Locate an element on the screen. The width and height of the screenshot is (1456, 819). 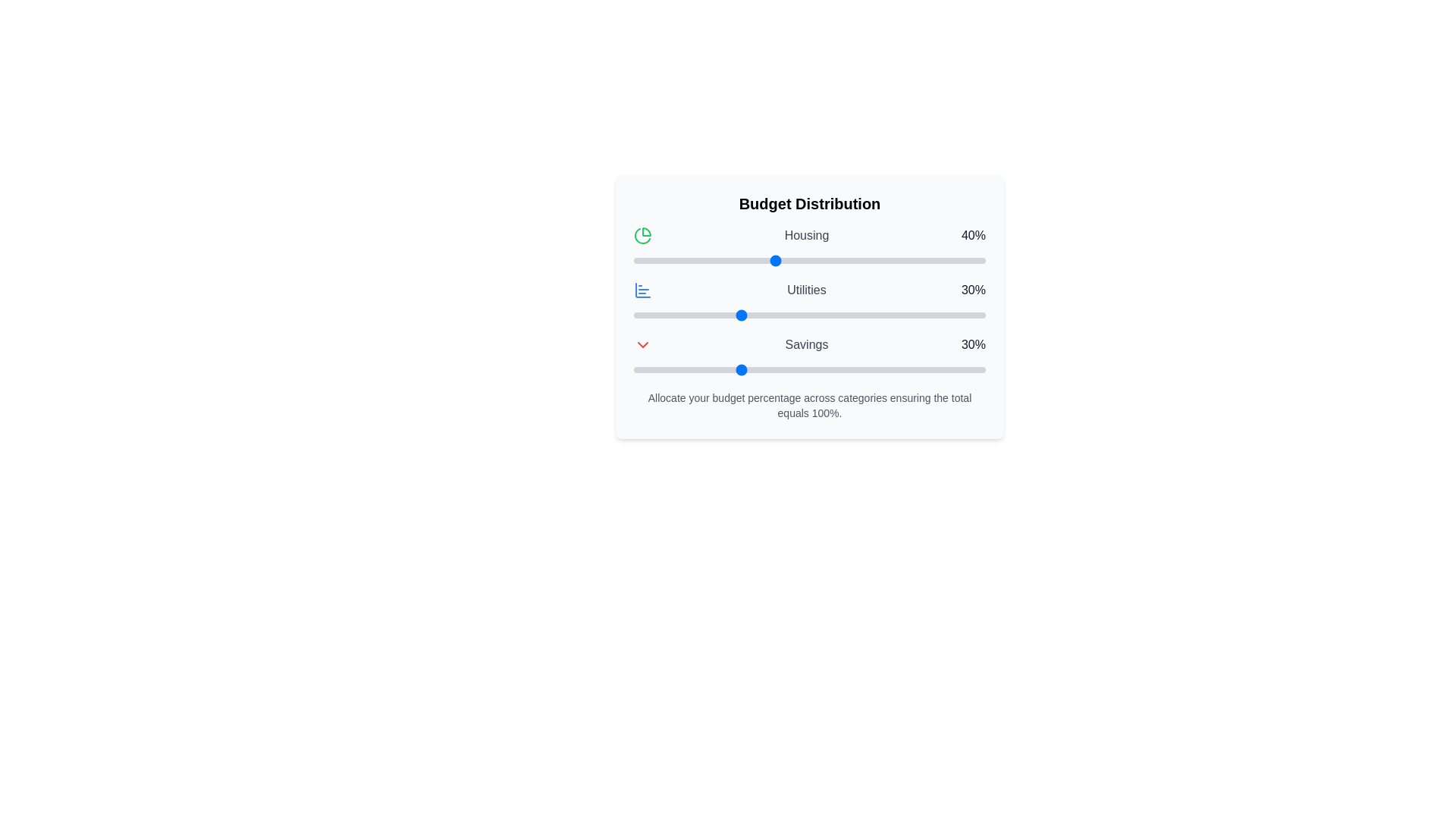
the blue thumb of the horizontal slider component labeled 'Housing' at 40% is located at coordinates (809, 247).